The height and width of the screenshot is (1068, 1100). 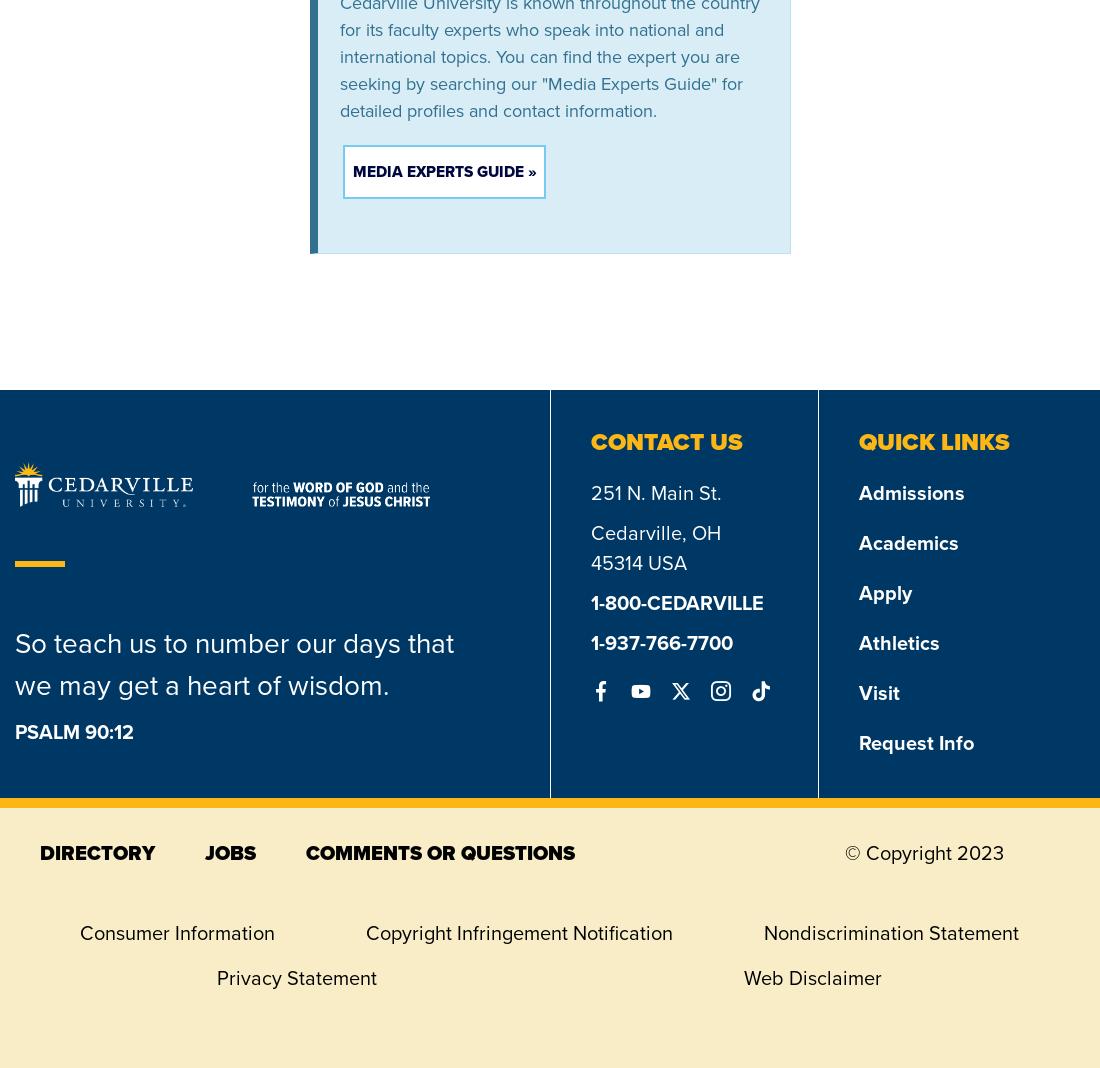 What do you see at coordinates (296, 977) in the screenshot?
I see `'Privacy Statement'` at bounding box center [296, 977].